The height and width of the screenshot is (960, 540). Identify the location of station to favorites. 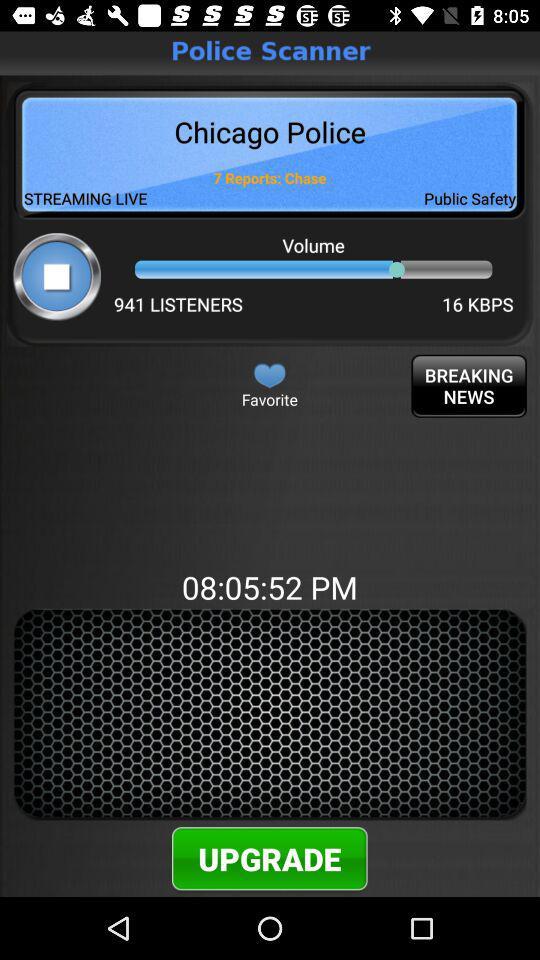
(269, 374).